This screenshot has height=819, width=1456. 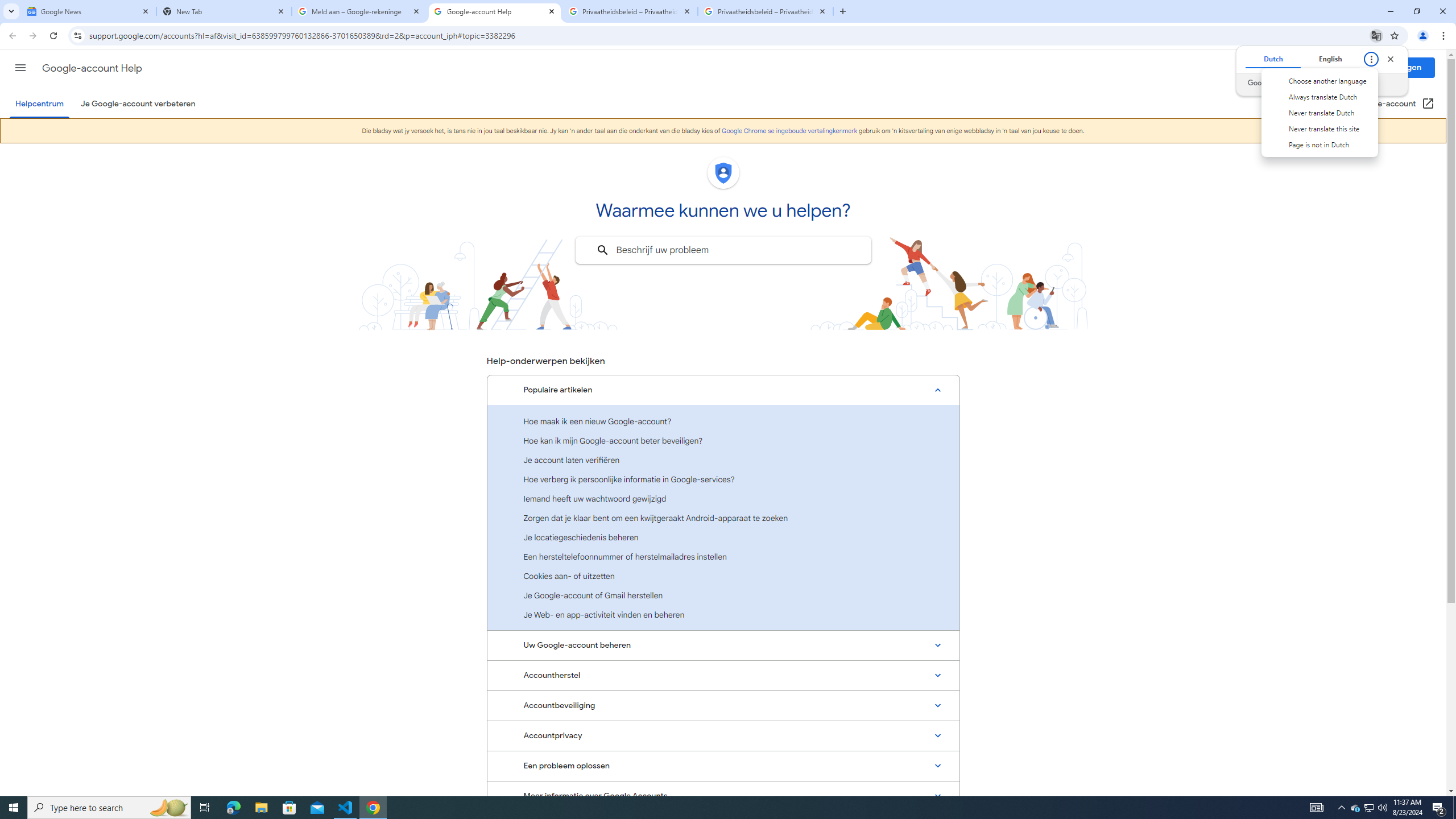 I want to click on 'Je Web- en app-activiteit vinden en beheren', so click(x=723, y=614).